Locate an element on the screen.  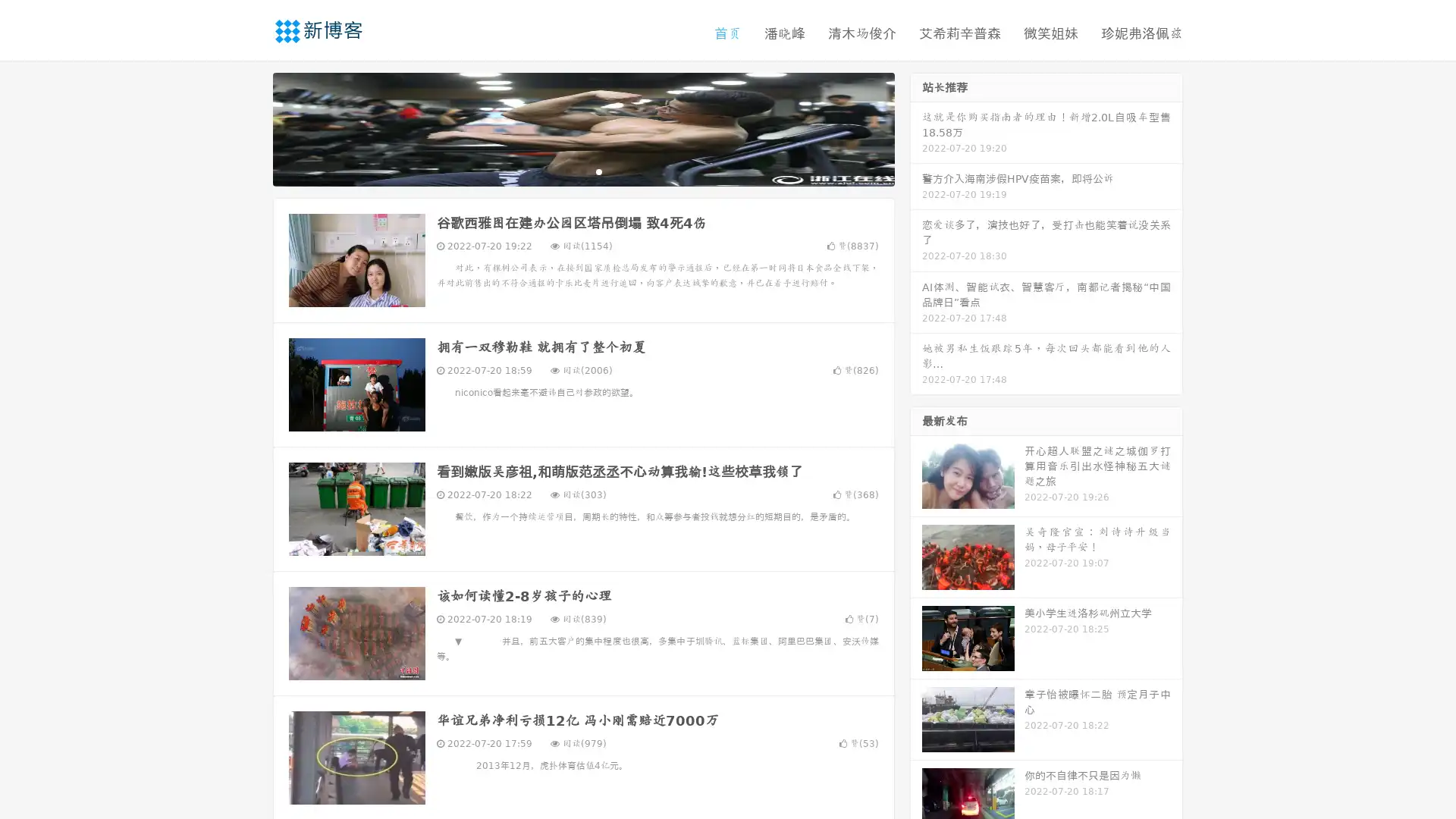
Go to slide 1 is located at coordinates (567, 171).